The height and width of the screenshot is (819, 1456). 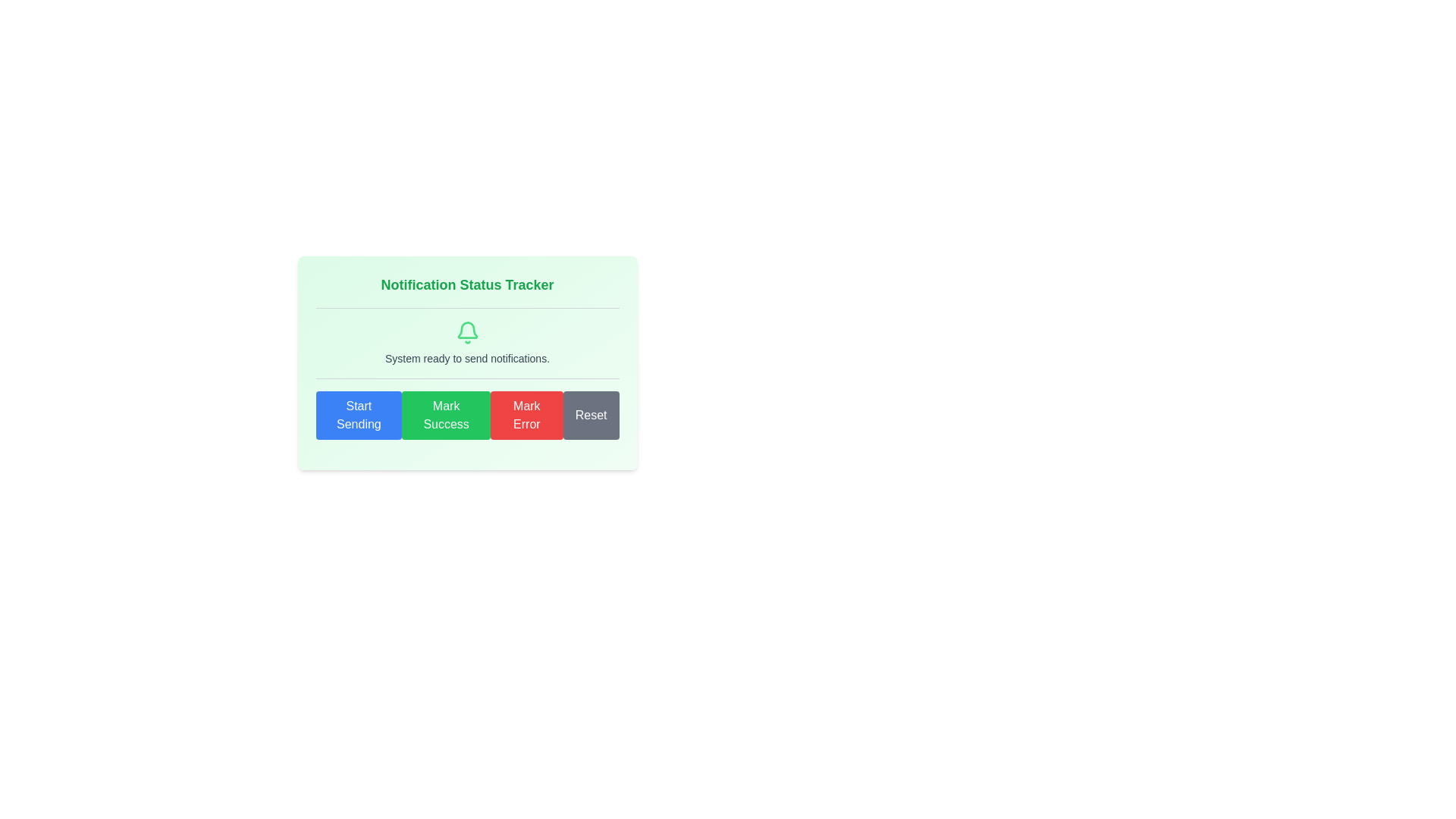 I want to click on the static text label that serves as the title for the notification management panel, located in a rounded, shadowed panel with a gradient green background, so click(x=466, y=284).